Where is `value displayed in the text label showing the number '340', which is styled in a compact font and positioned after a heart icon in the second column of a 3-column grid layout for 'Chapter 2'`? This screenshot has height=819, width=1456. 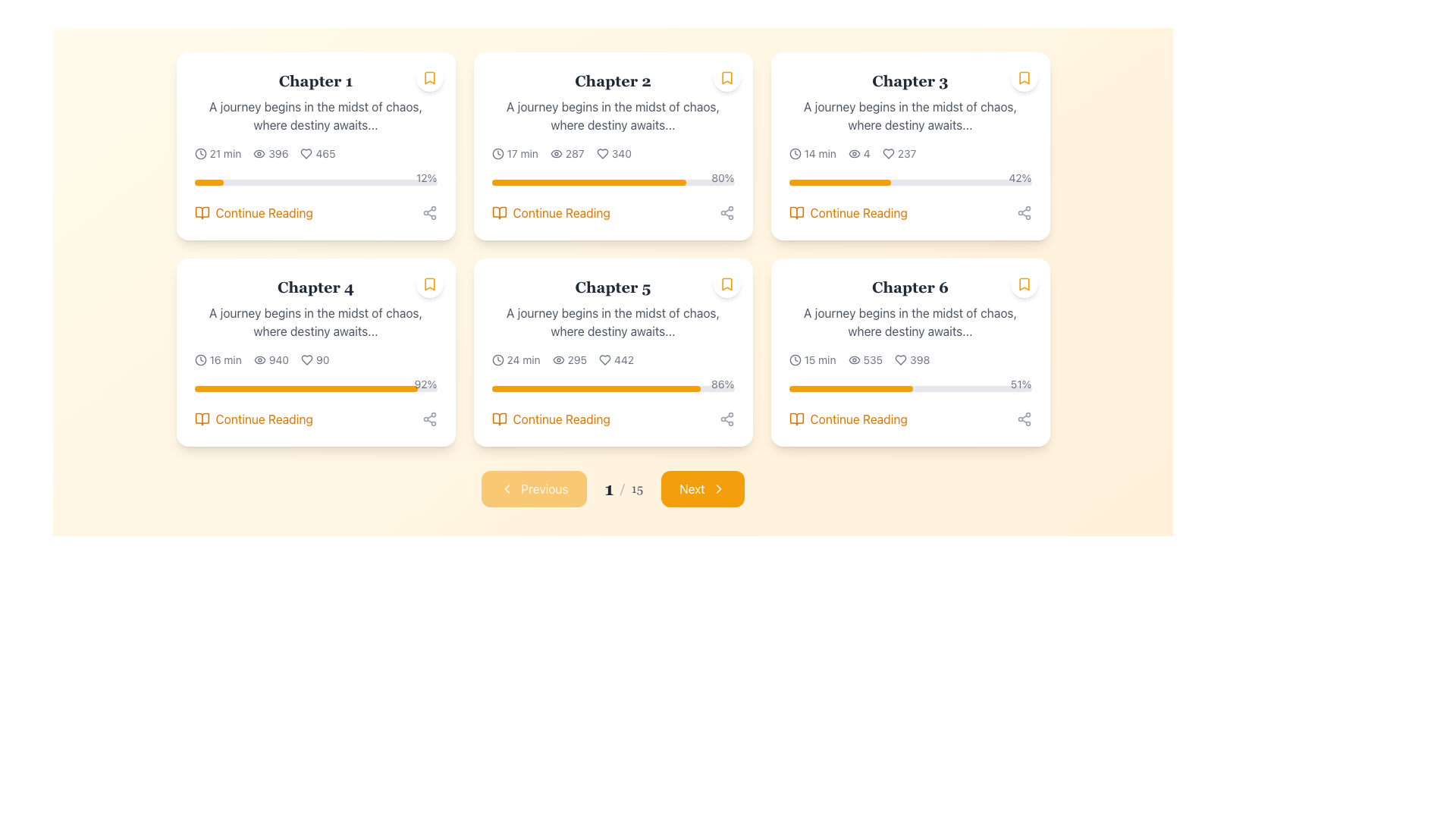 value displayed in the text label showing the number '340', which is styled in a compact font and positioned after a heart icon in the second column of a 3-column grid layout for 'Chapter 2' is located at coordinates (621, 154).